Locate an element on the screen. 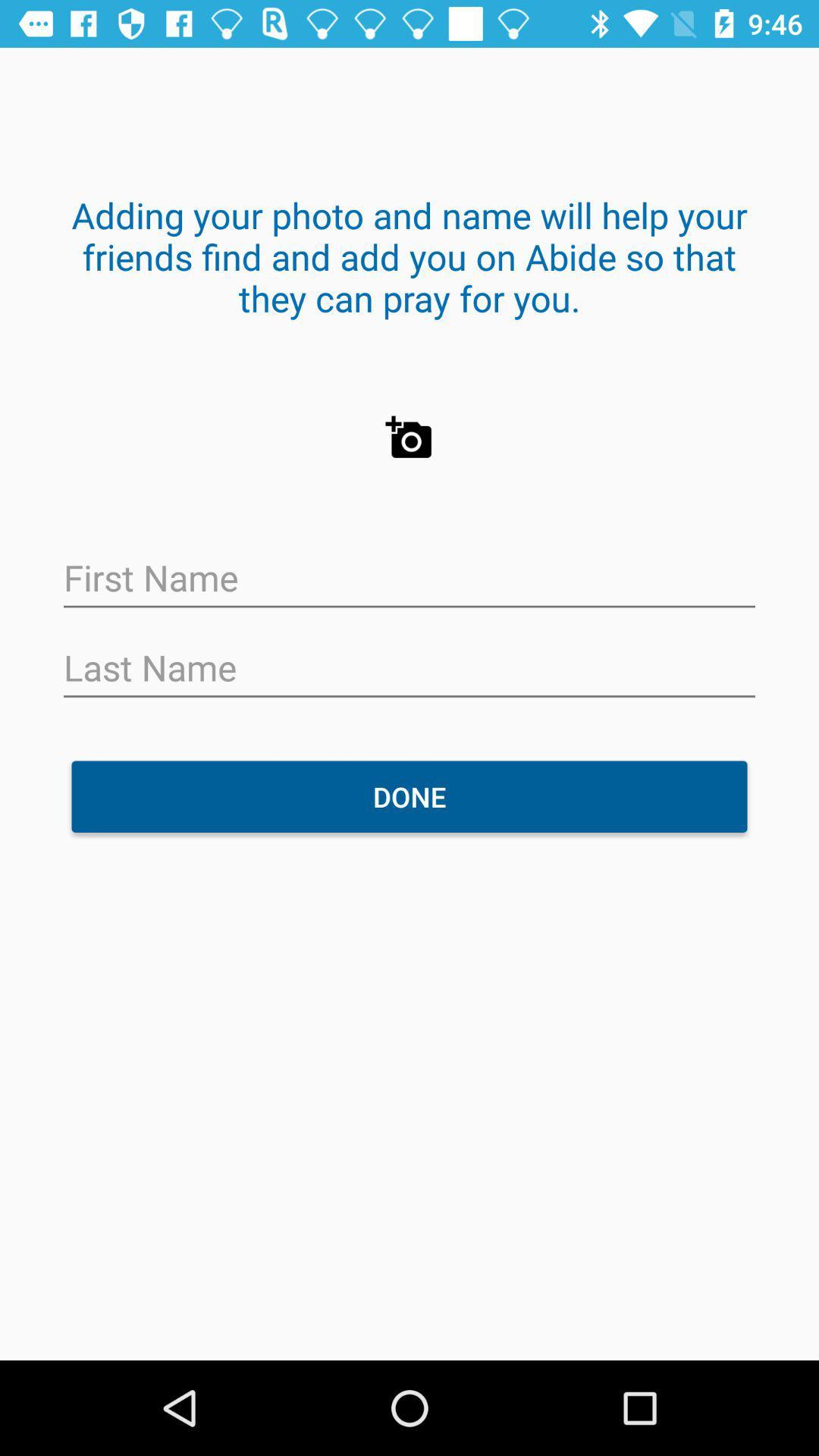  icon below adding your photo is located at coordinates (409, 437).